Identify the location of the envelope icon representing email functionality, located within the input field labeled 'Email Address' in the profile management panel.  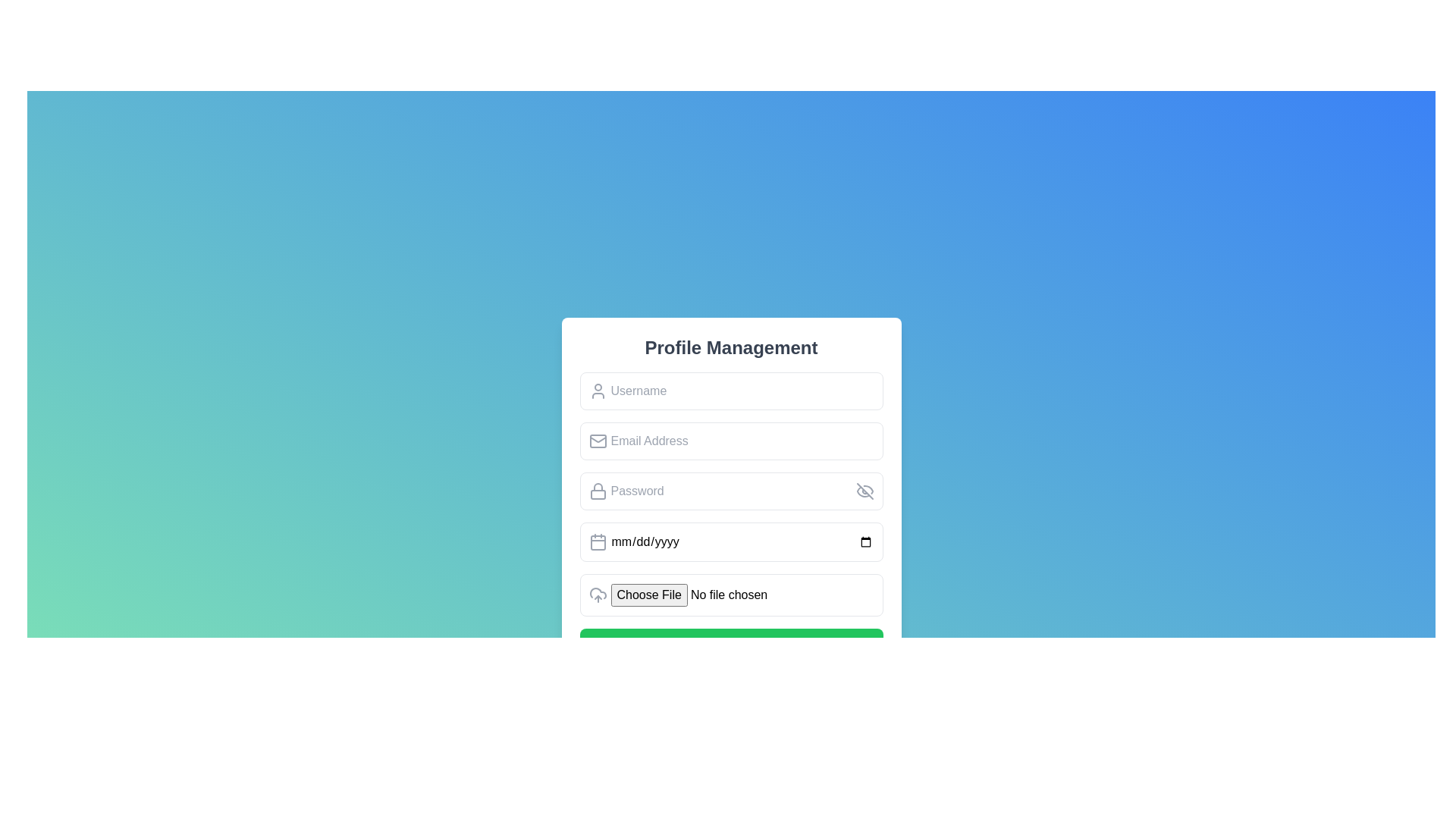
(597, 439).